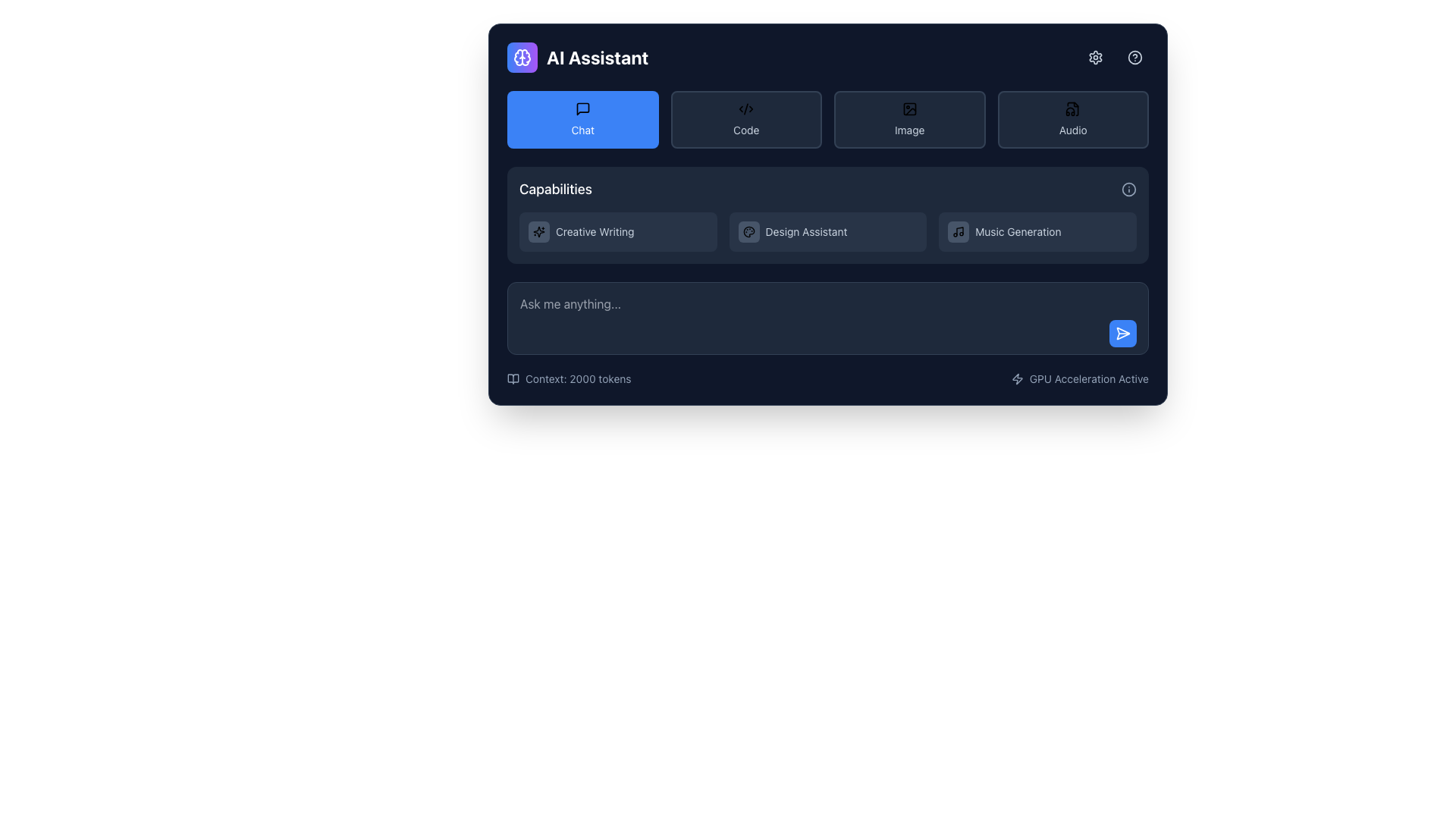 This screenshot has width=1456, height=819. I want to click on the help icon button located in the top-right corner of the user interface, so click(1135, 57).